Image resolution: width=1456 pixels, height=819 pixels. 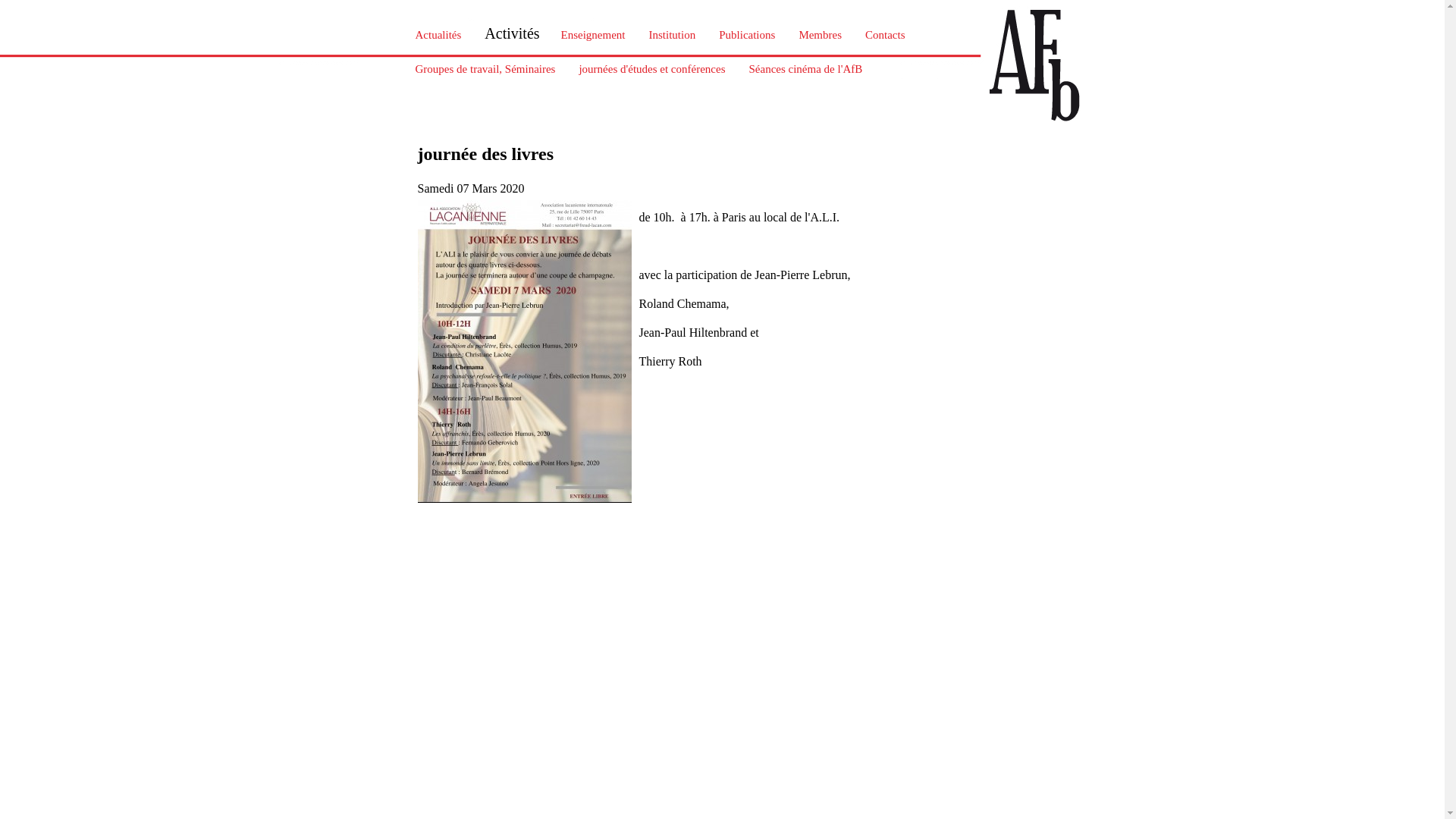 What do you see at coordinates (746, 34) in the screenshot?
I see `'Publications'` at bounding box center [746, 34].